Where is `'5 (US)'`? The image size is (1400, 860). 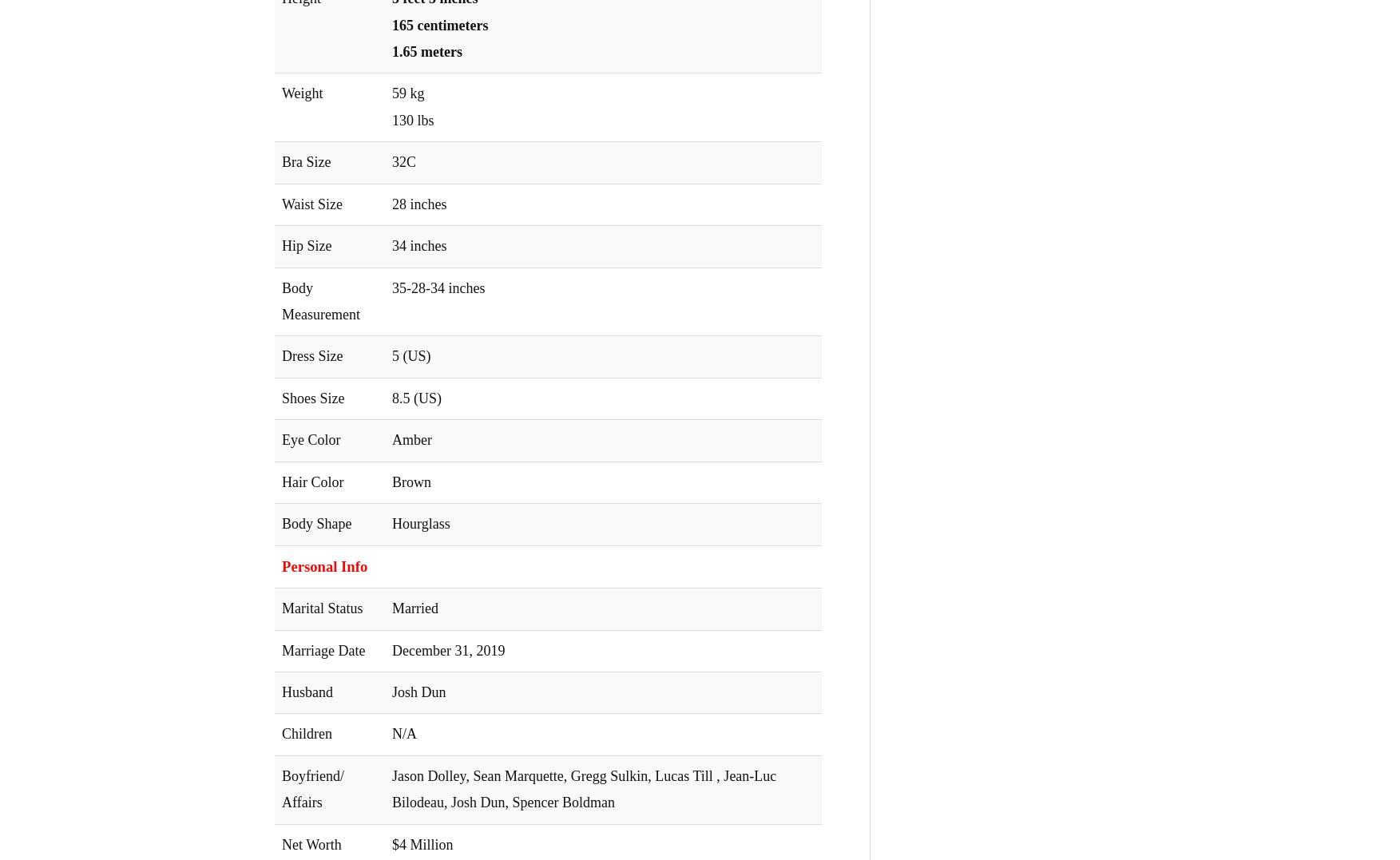 '5 (US)' is located at coordinates (411, 355).